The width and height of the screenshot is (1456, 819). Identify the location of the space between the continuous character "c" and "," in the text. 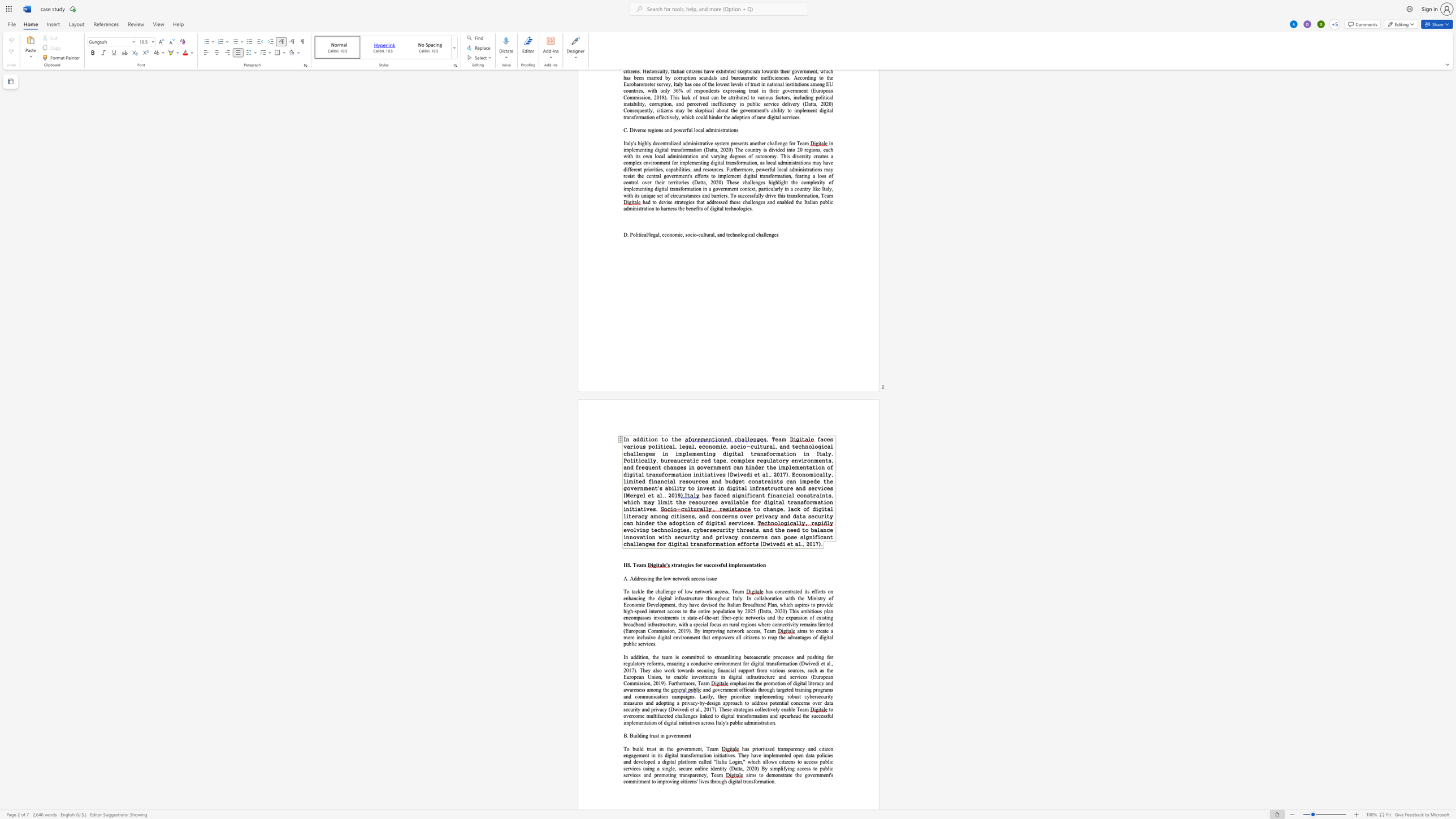
(682, 234).